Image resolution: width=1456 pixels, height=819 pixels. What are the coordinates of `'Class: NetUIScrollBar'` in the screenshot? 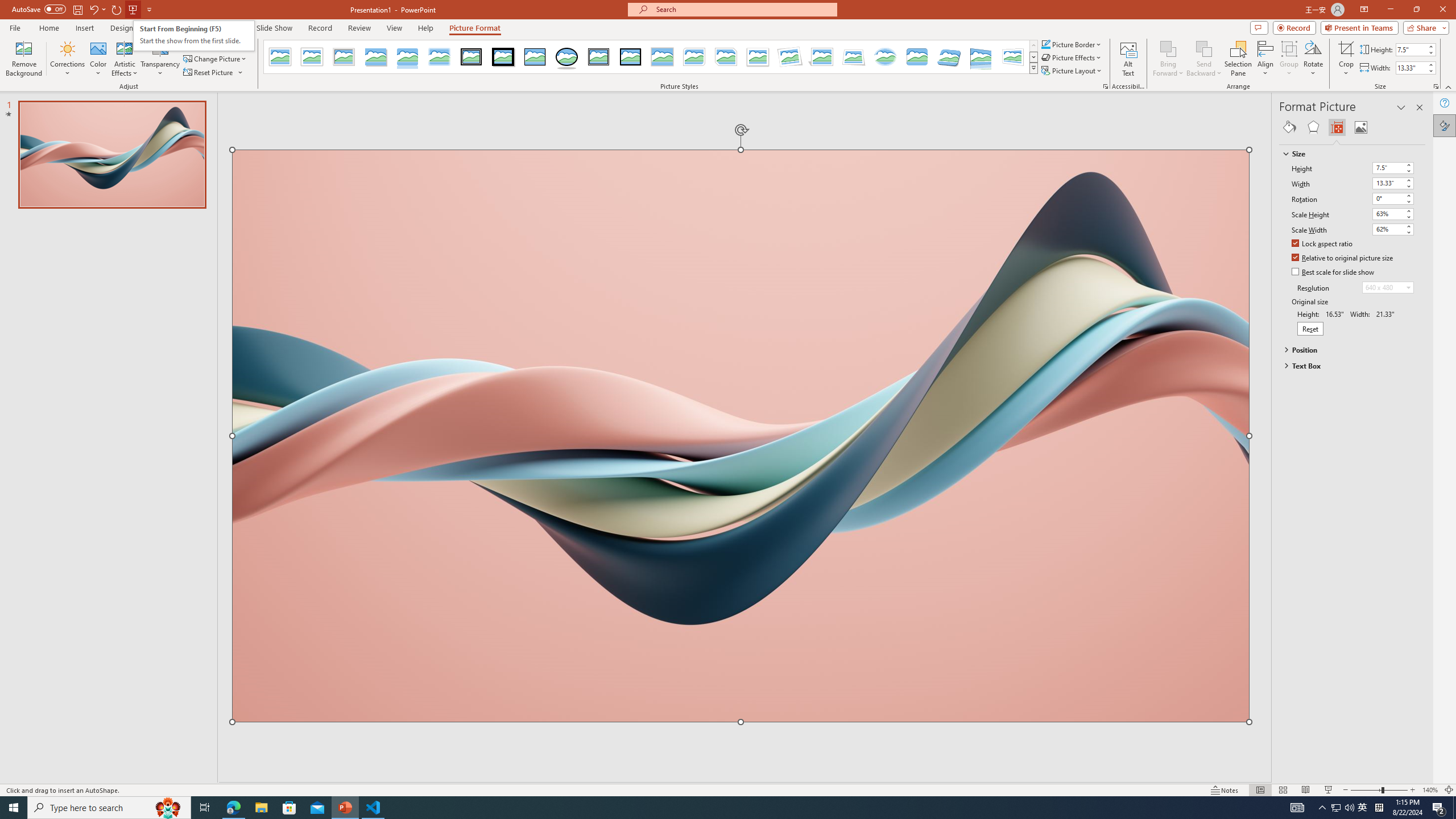 It's located at (1420, 460).